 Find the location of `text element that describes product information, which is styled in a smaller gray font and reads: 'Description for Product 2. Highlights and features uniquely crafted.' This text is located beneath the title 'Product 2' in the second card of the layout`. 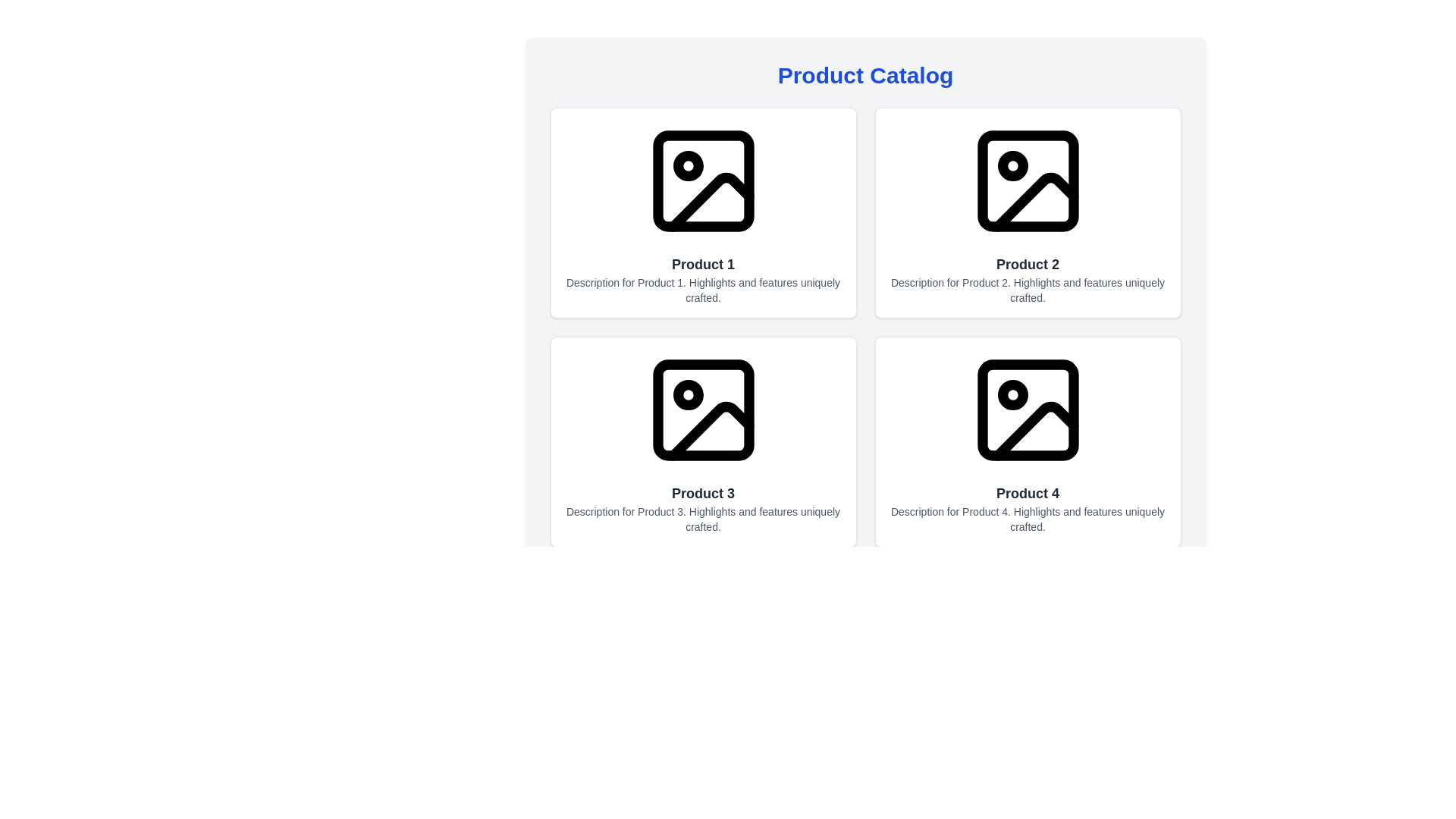

text element that describes product information, which is styled in a smaller gray font and reads: 'Description for Product 2. Highlights and features uniquely crafted.' This text is located beneath the title 'Product 2' in the second card of the layout is located at coordinates (1028, 290).